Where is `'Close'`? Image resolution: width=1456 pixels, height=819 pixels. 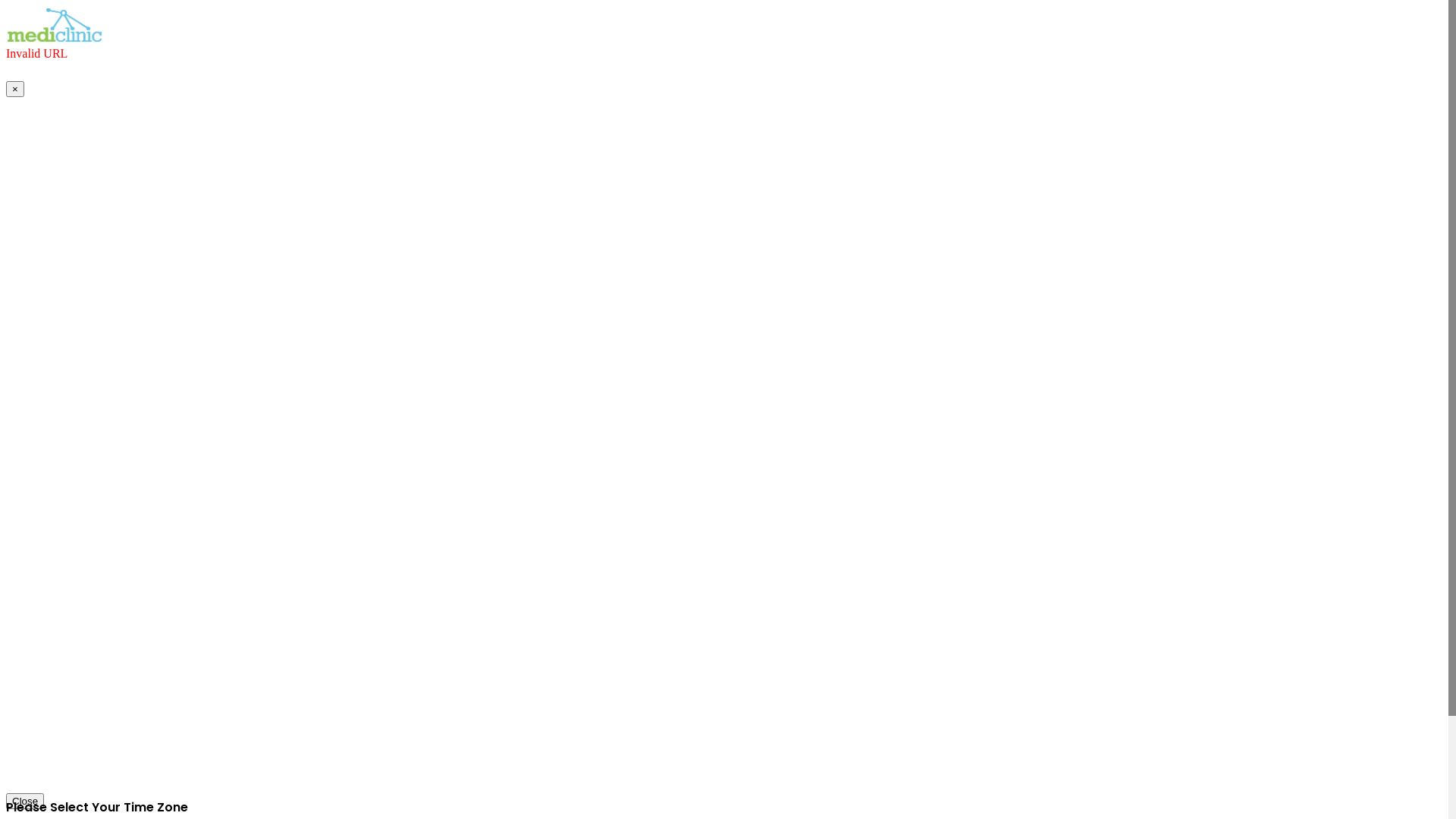 'Close' is located at coordinates (25, 800).